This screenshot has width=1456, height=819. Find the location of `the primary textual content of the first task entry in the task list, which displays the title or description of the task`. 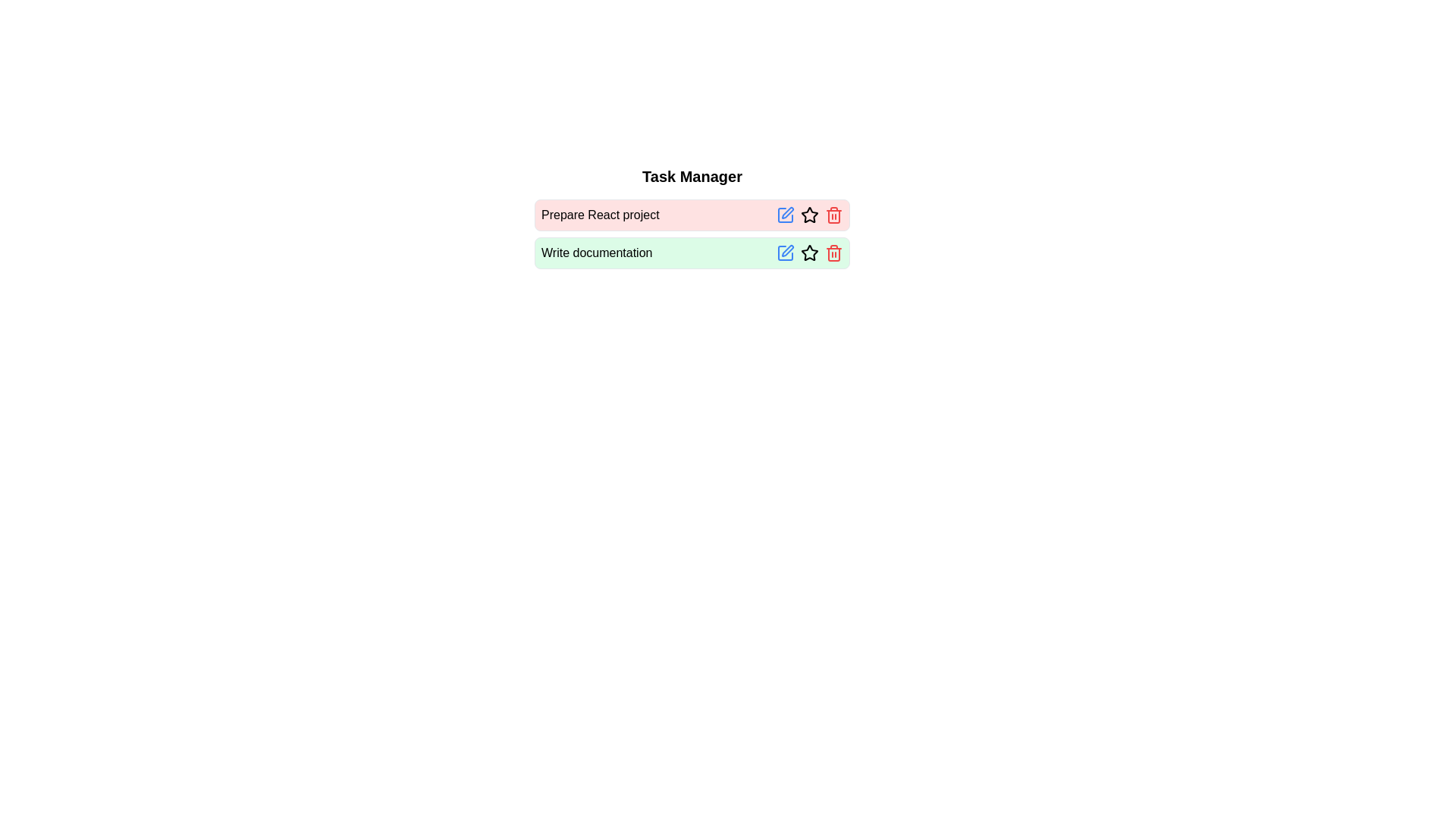

the primary textual content of the first task entry in the task list, which displays the title or description of the task is located at coordinates (599, 215).